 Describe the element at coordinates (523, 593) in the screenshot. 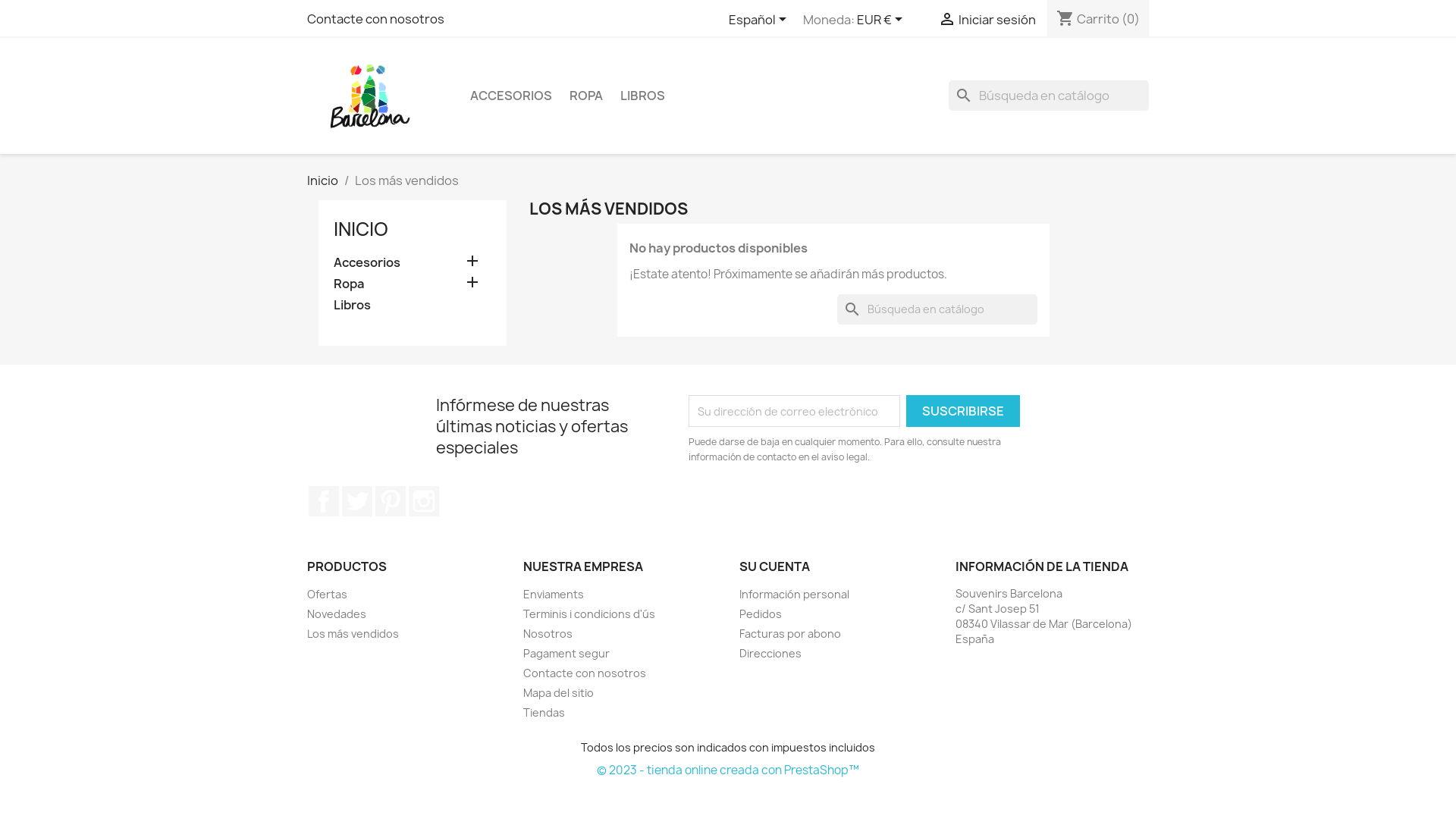

I see `'Enviaments'` at that location.